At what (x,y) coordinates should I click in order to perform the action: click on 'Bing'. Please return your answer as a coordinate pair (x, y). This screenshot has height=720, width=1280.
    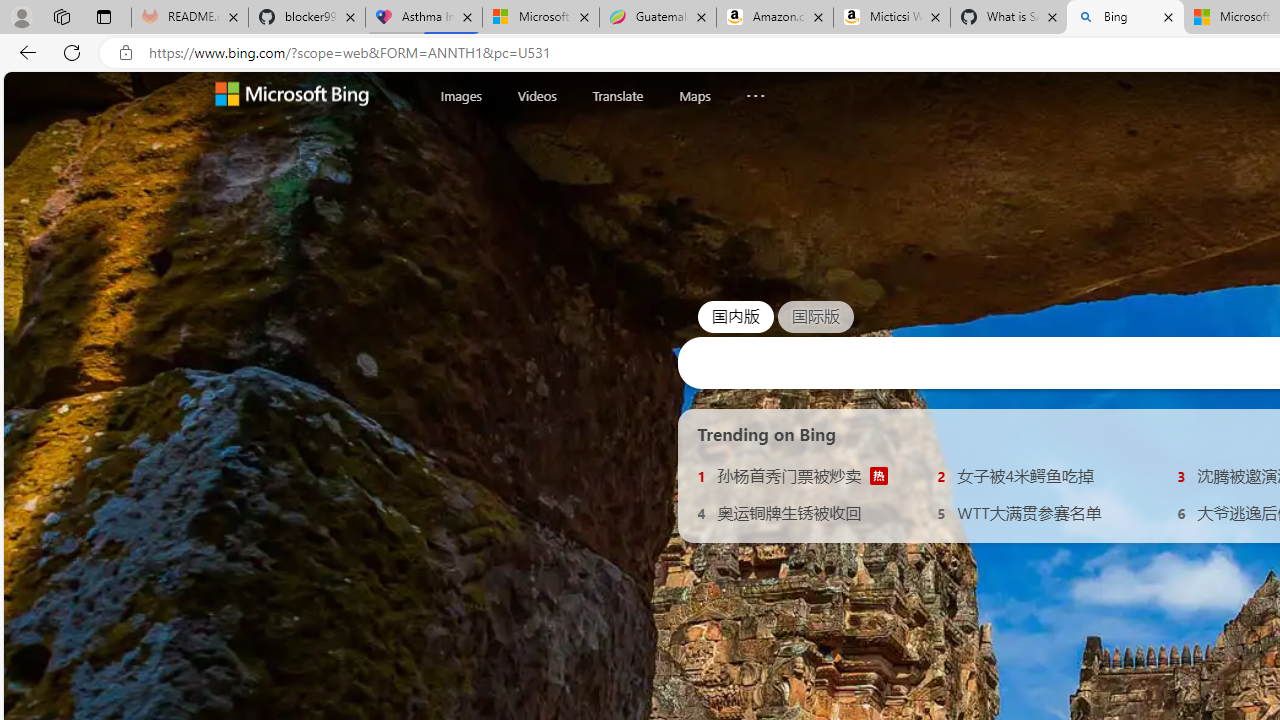
    Looking at the image, I should click on (1125, 17).